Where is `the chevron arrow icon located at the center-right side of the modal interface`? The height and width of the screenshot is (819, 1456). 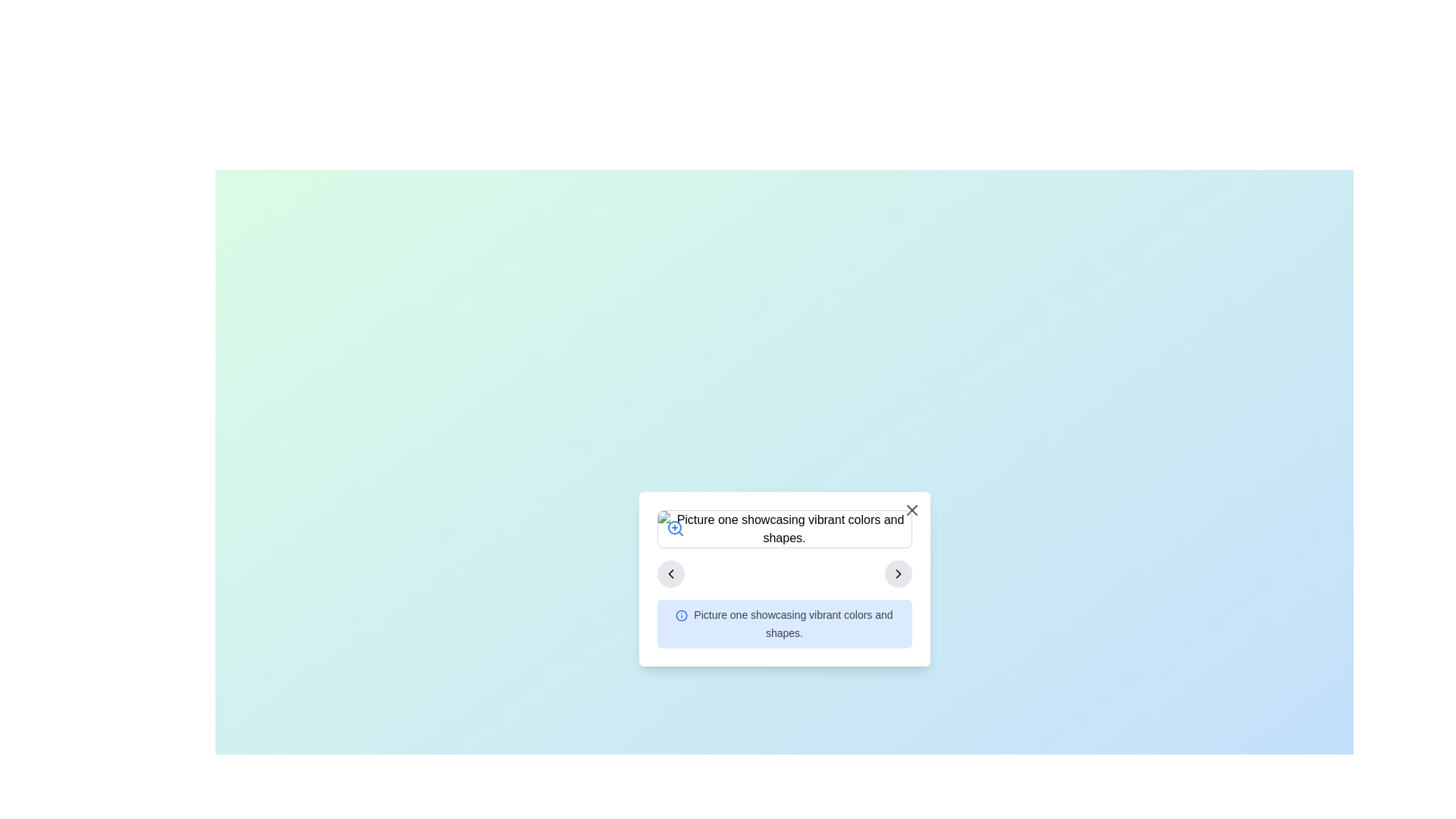 the chevron arrow icon located at the center-right side of the modal interface is located at coordinates (670, 573).